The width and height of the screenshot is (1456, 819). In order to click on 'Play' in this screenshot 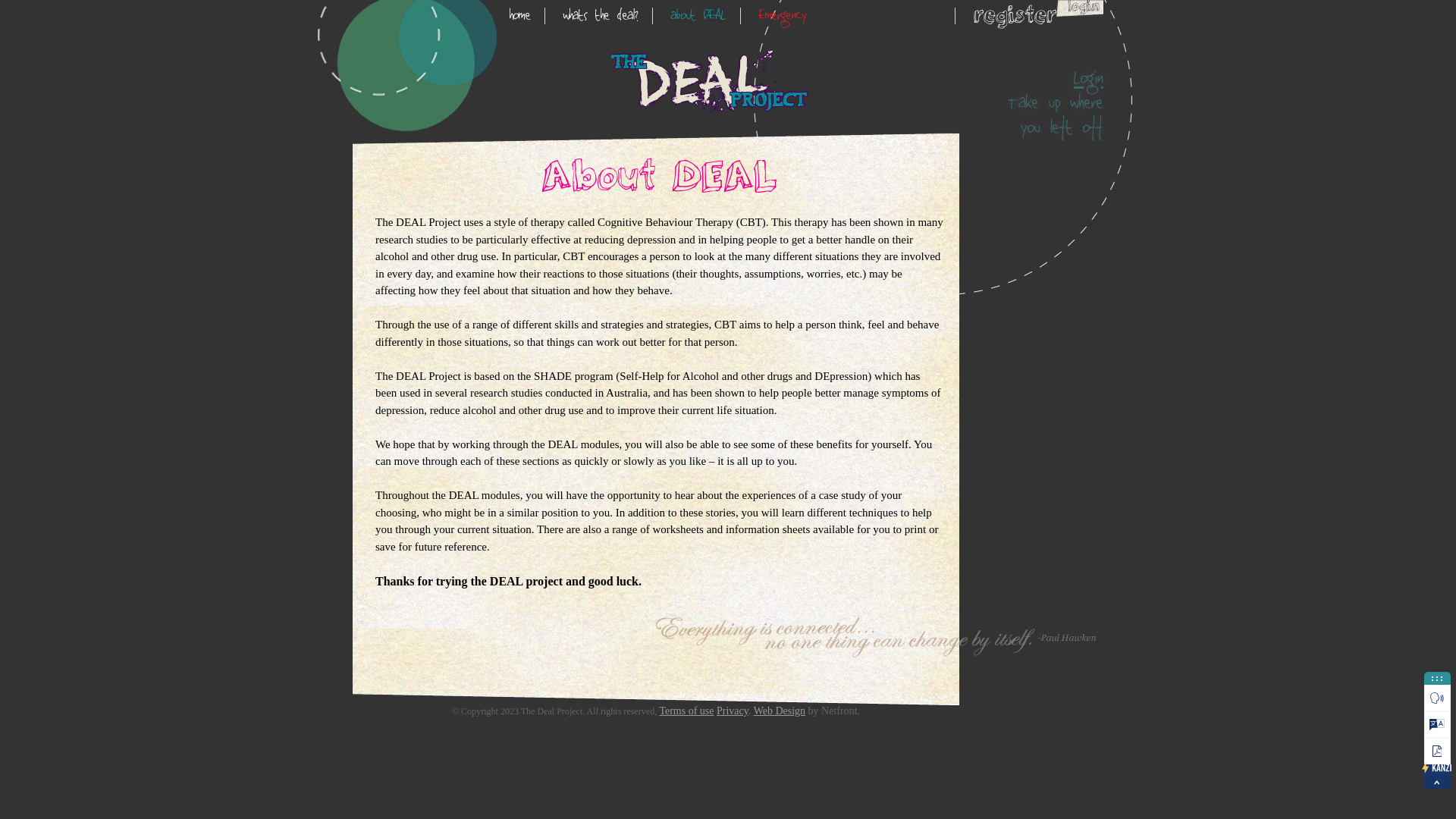, I will do `click(1436, 697)`.